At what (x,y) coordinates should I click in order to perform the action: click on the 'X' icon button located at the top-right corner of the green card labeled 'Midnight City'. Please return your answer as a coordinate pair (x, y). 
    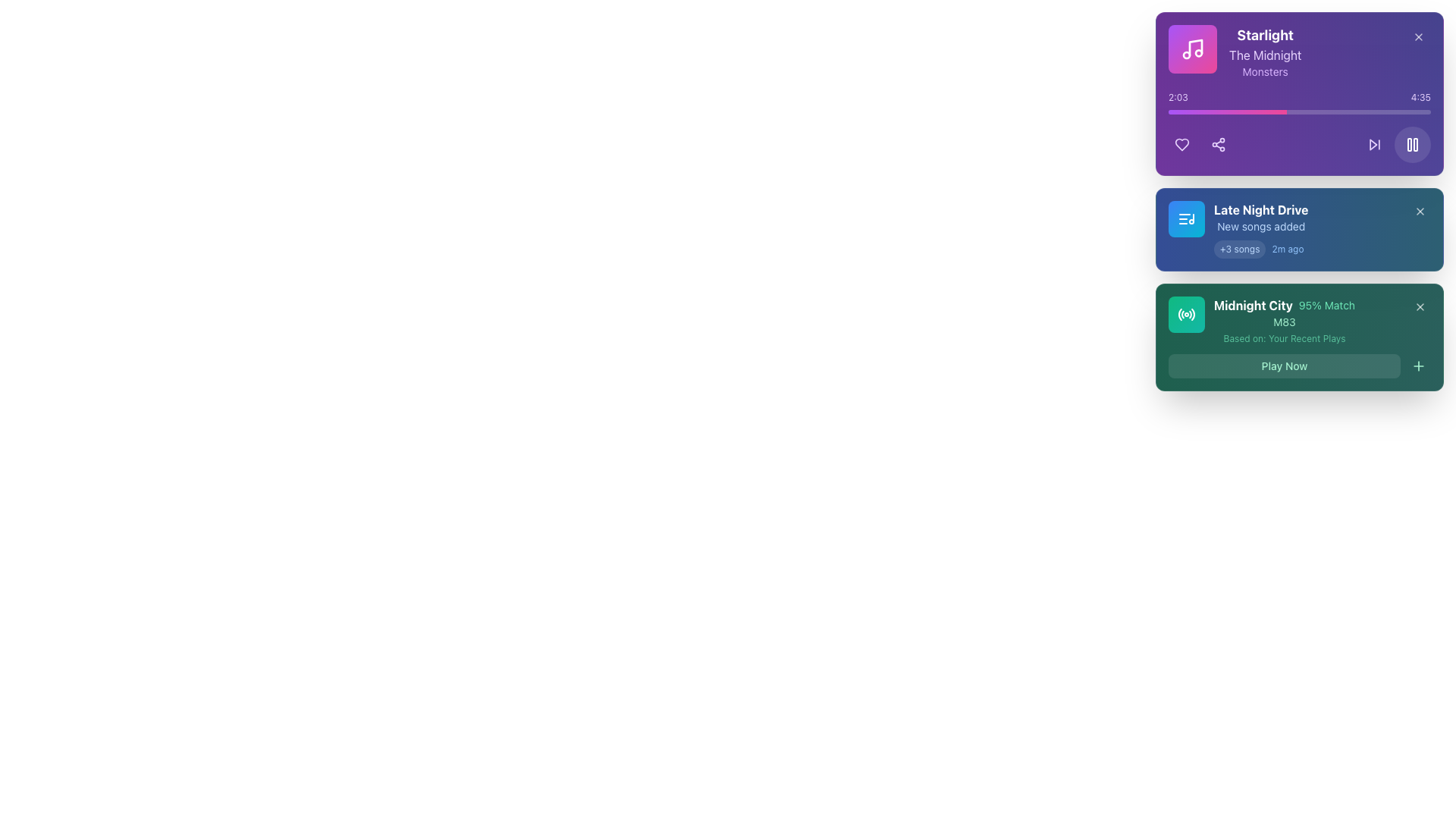
    Looking at the image, I should click on (1419, 307).